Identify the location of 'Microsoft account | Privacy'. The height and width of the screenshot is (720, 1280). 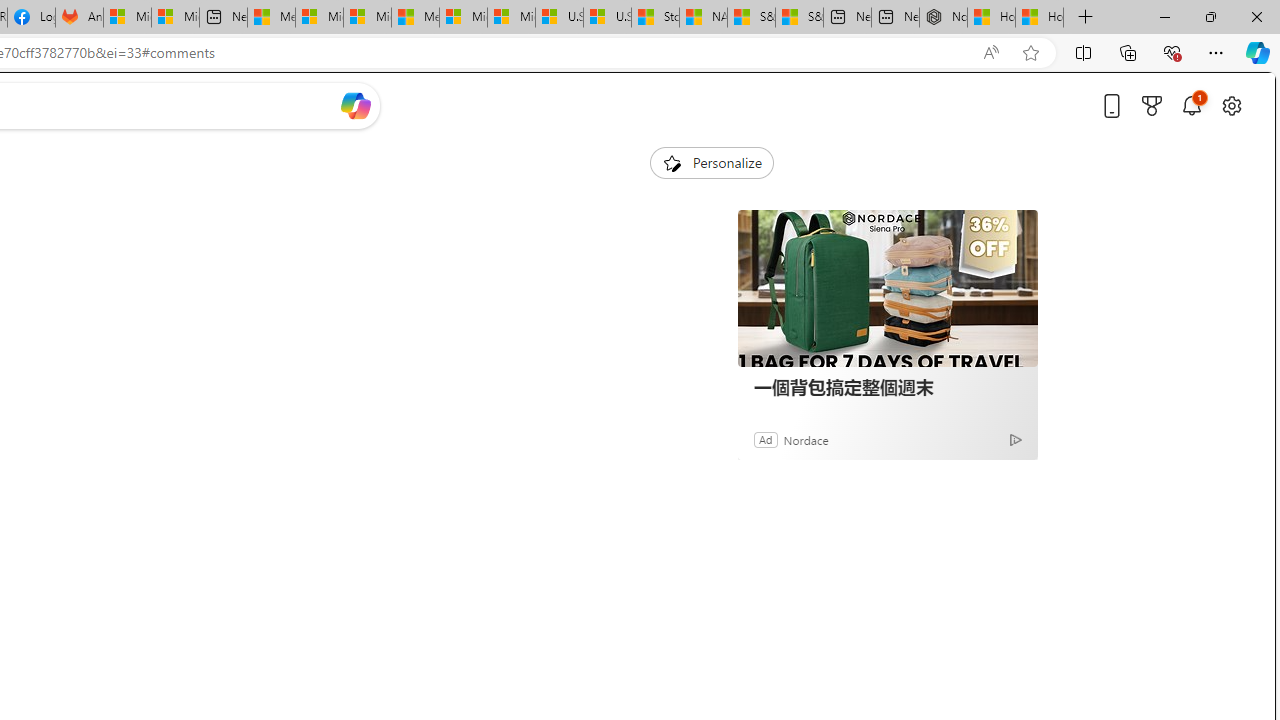
(318, 17).